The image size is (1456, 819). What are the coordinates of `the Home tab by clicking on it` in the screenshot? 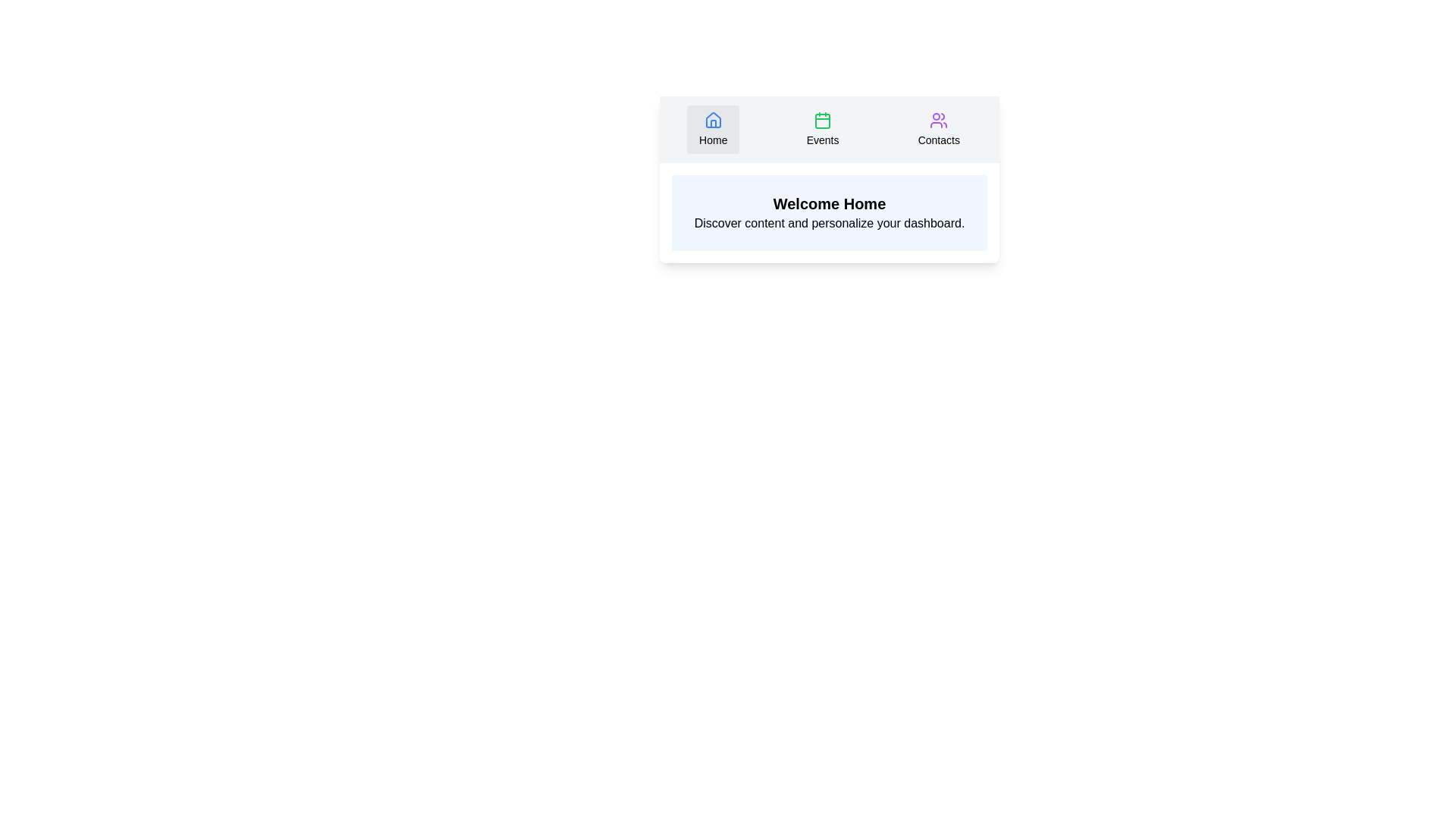 It's located at (712, 128).